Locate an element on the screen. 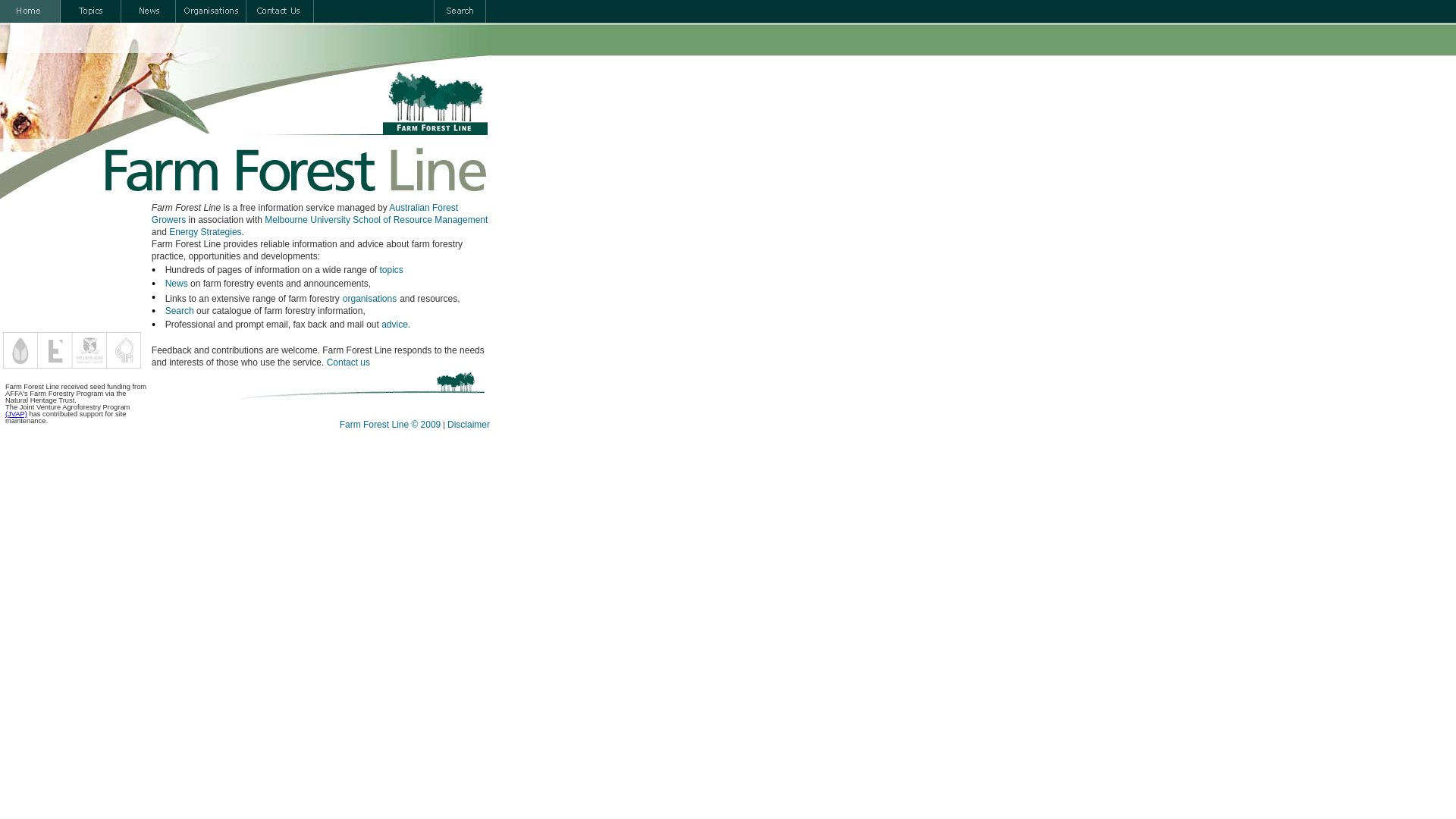 This screenshot has width=1456, height=819. 'Australian Forest Growers' is located at coordinates (152, 213).